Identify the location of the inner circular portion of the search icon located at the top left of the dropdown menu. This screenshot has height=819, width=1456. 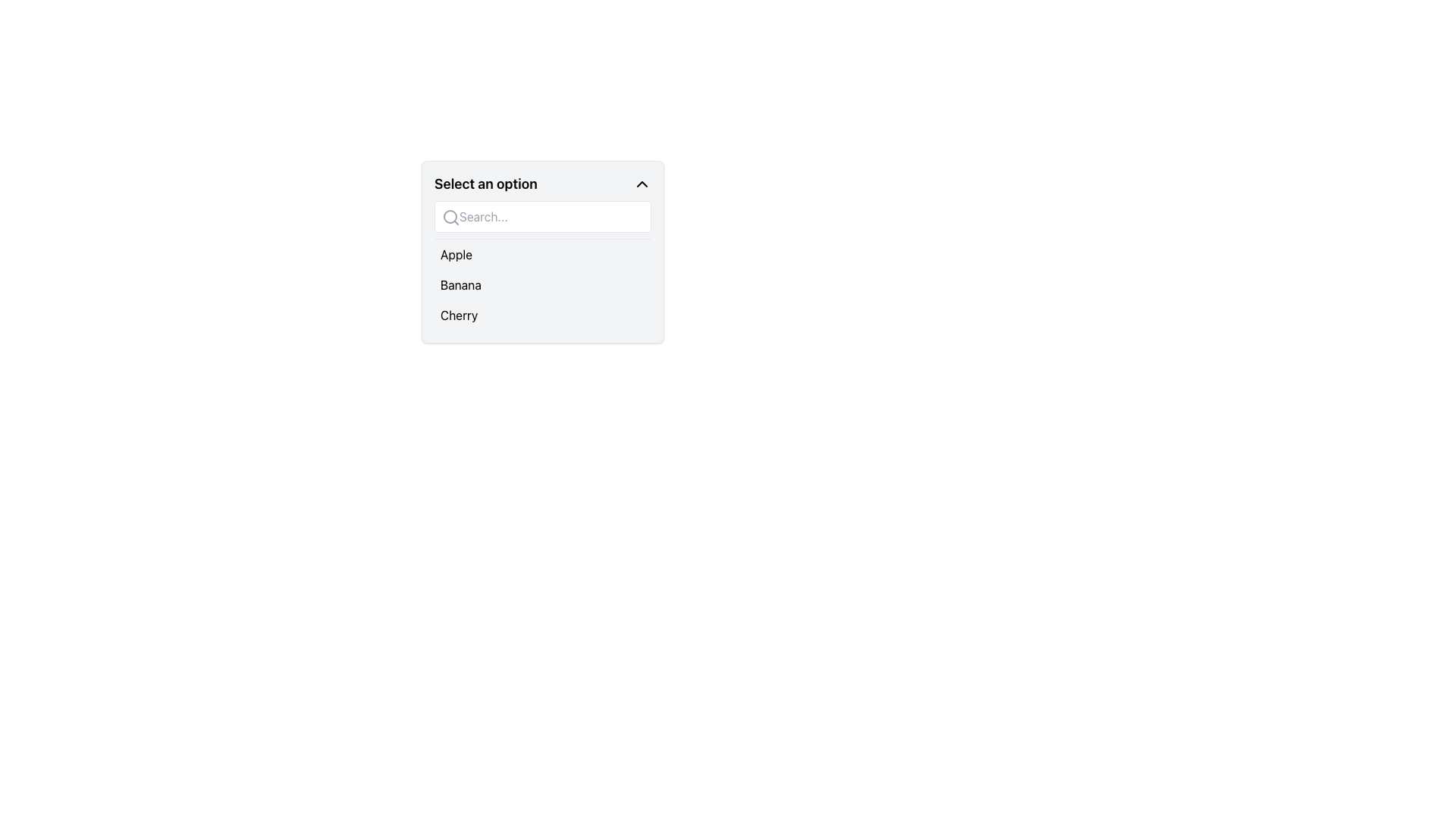
(450, 216).